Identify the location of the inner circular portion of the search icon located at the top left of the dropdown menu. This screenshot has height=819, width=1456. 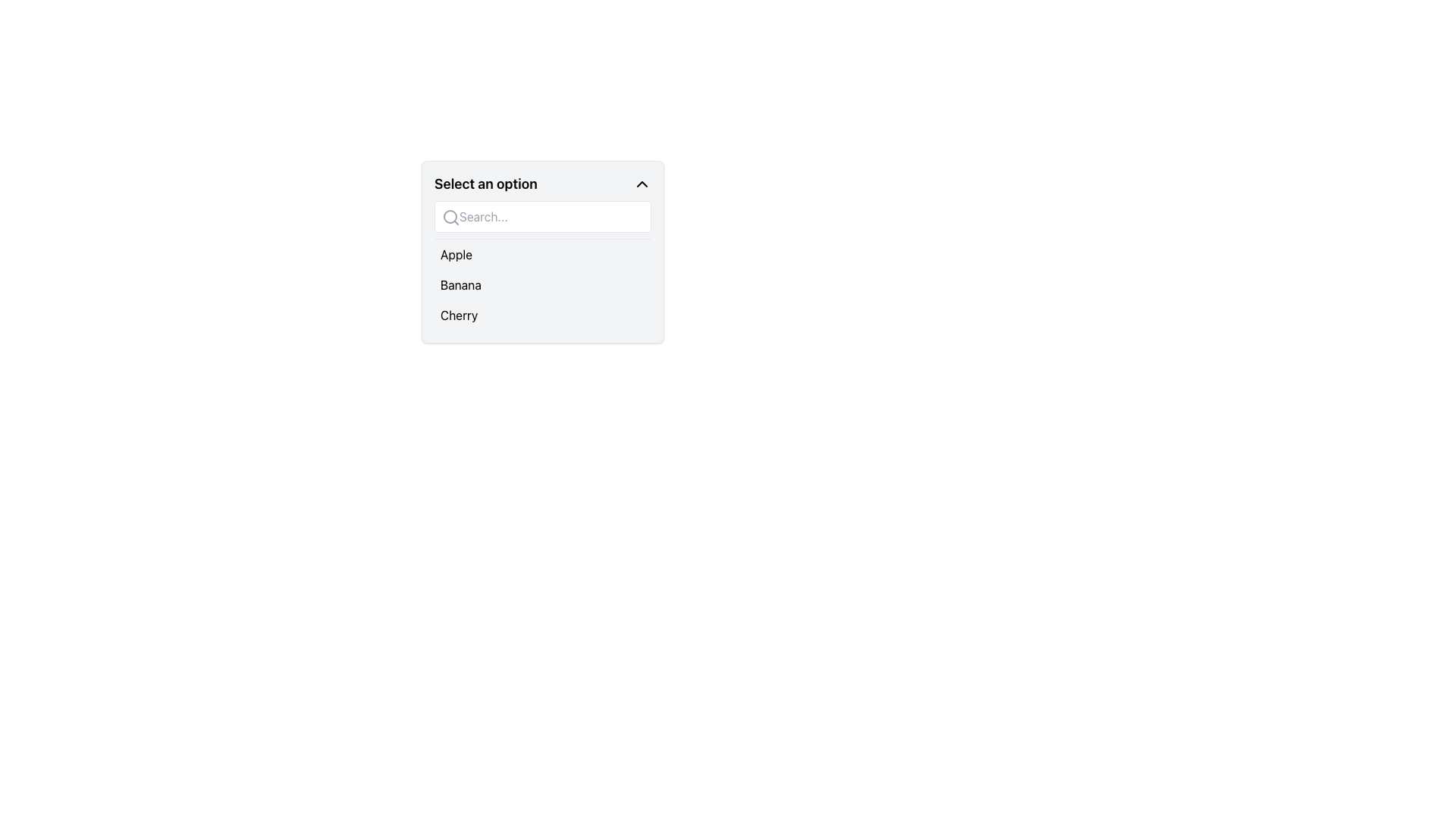
(450, 216).